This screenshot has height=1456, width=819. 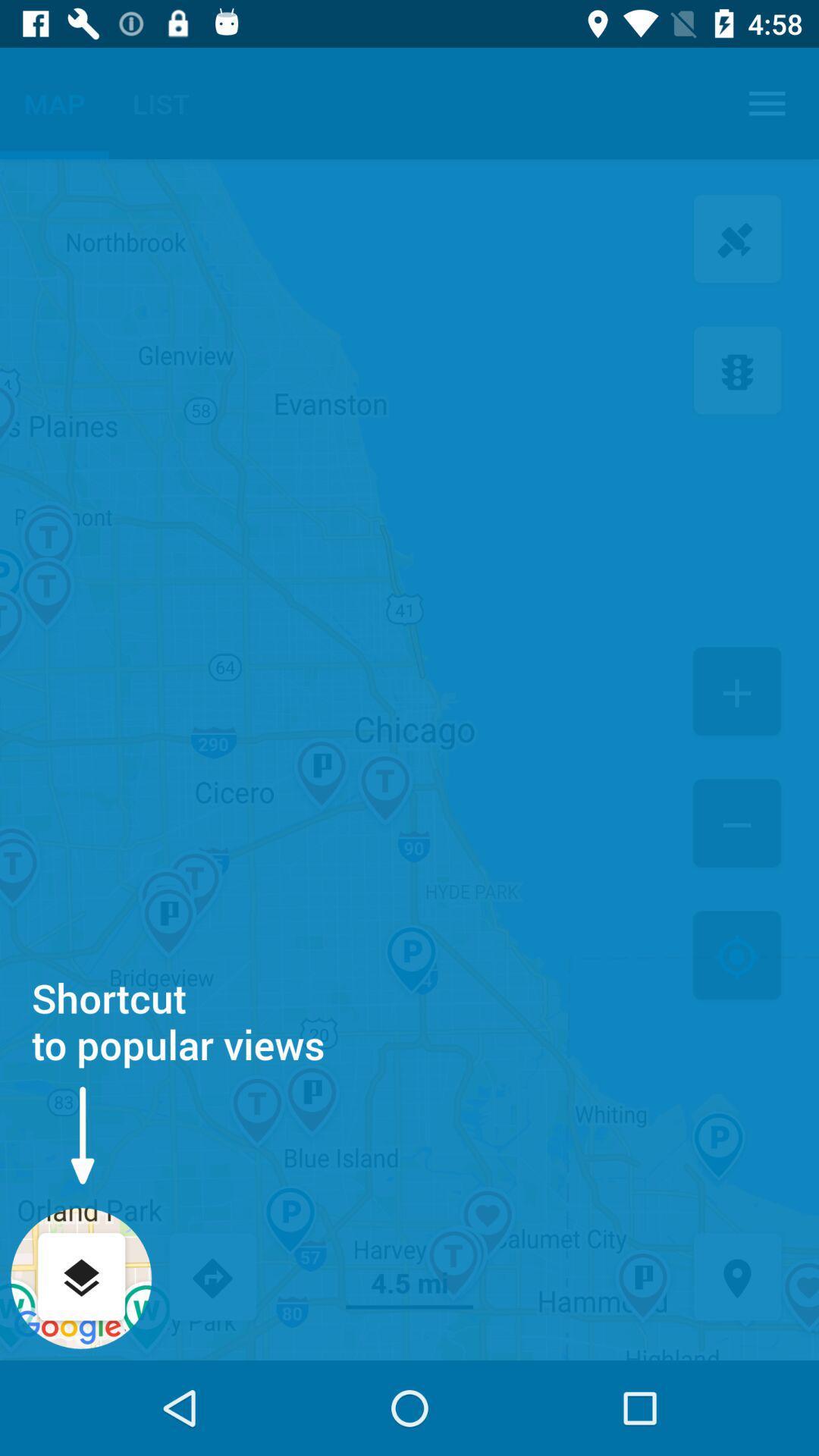 I want to click on icon to the right of the shortcut to popular item, so click(x=736, y=956).